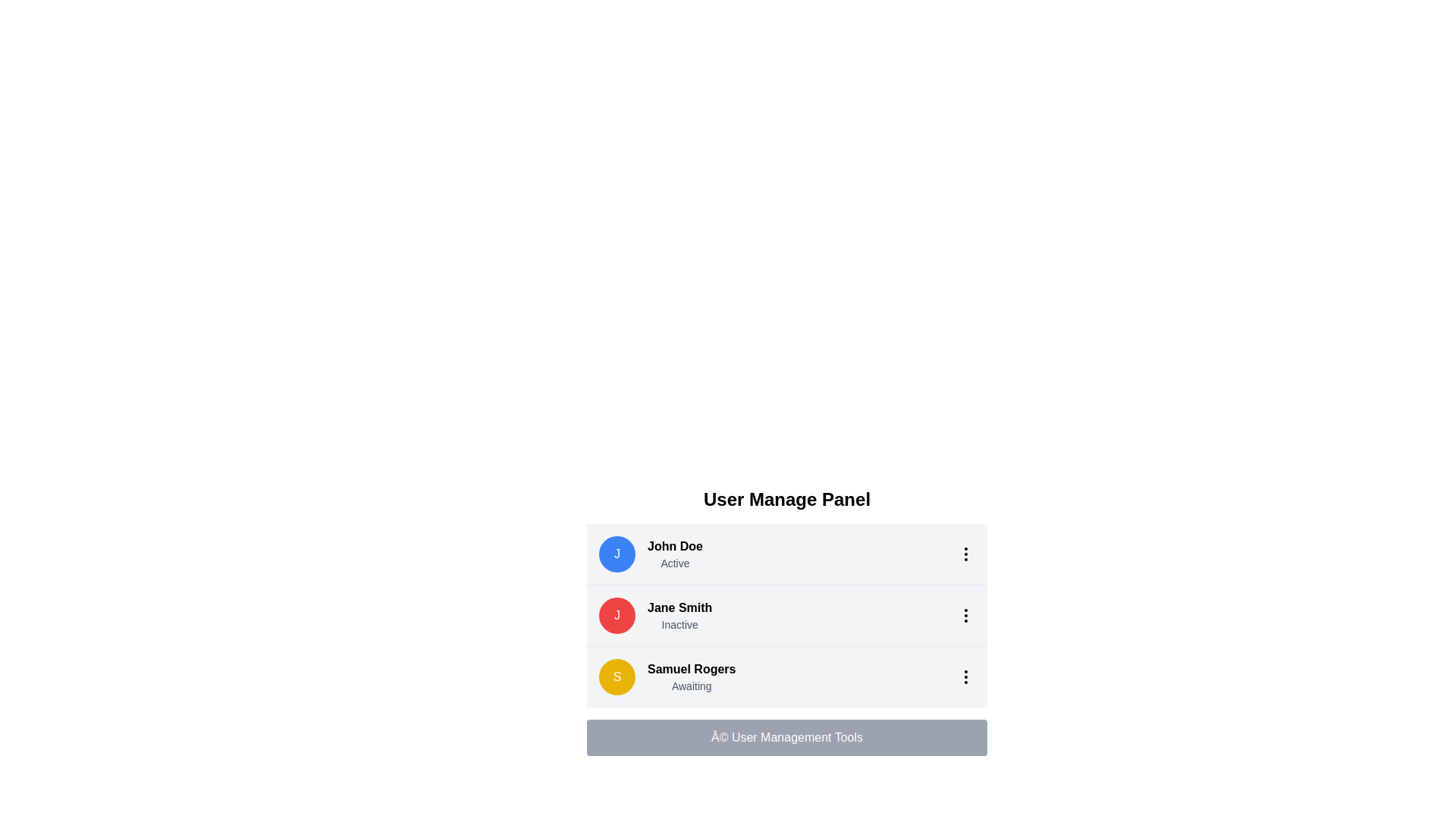  Describe the element at coordinates (617, 616) in the screenshot. I see `the circular avatar with a red background and white 'J' text, representing 'Jane Smith' in the user list` at that location.